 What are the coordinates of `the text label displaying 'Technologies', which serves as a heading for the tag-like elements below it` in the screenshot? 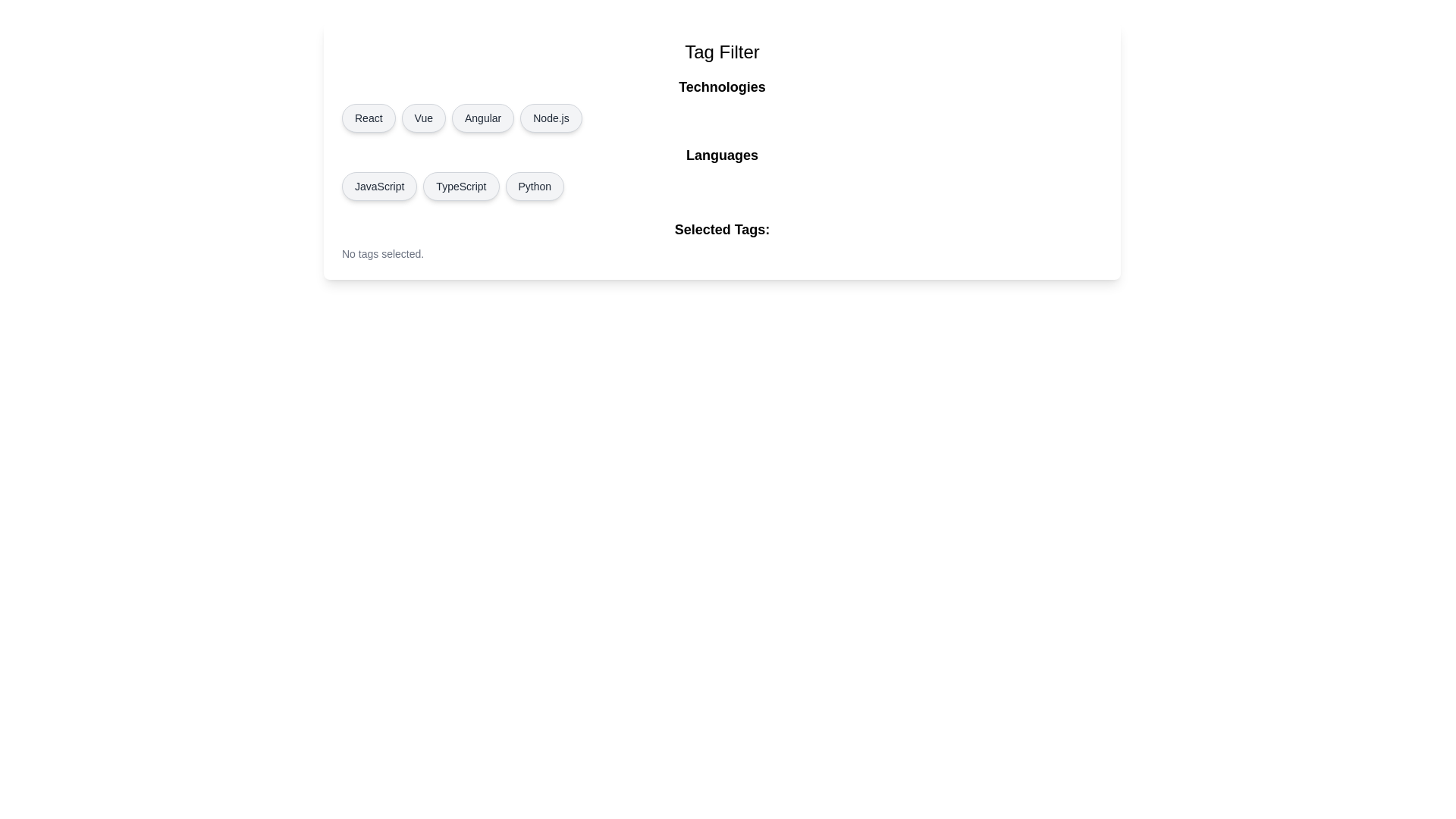 It's located at (721, 87).